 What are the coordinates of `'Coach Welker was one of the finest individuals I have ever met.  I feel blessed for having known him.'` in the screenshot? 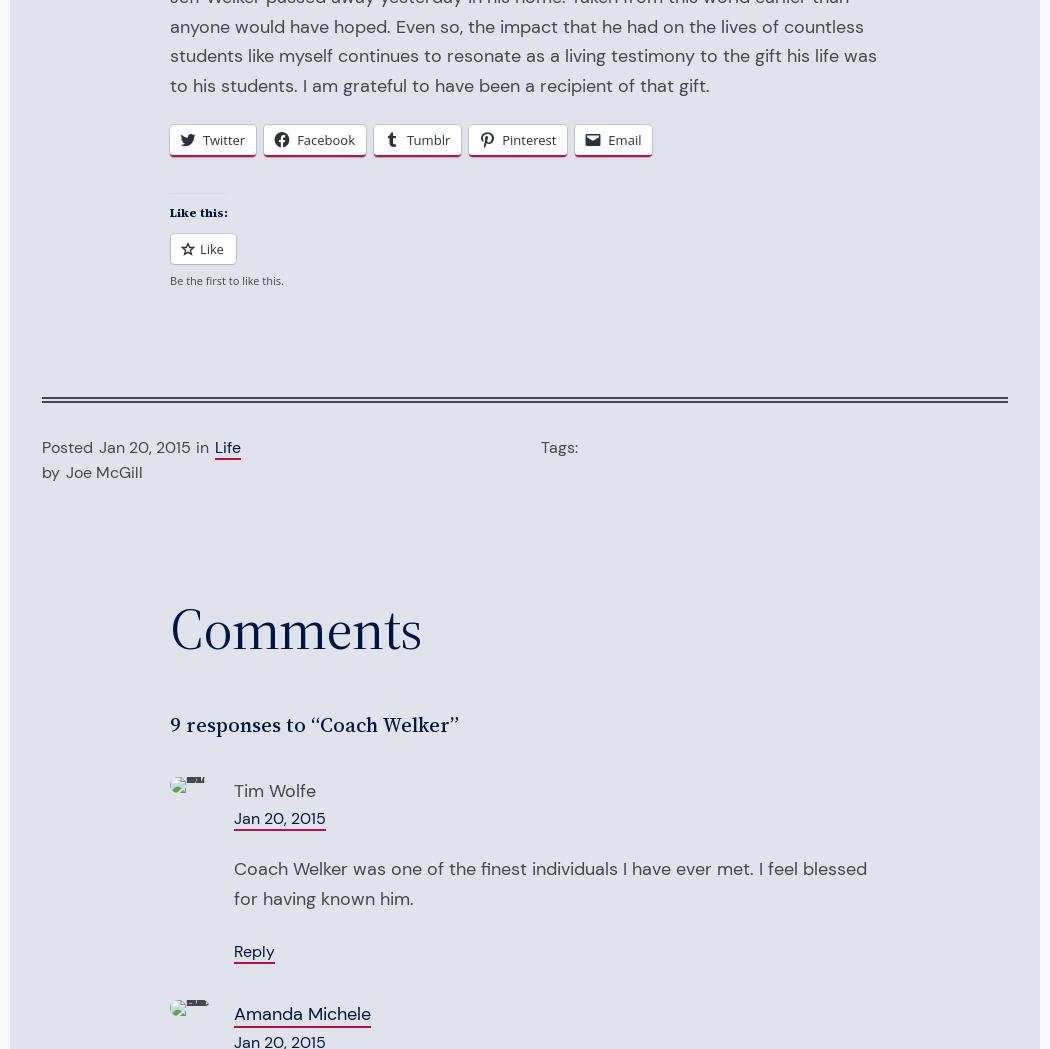 It's located at (550, 883).